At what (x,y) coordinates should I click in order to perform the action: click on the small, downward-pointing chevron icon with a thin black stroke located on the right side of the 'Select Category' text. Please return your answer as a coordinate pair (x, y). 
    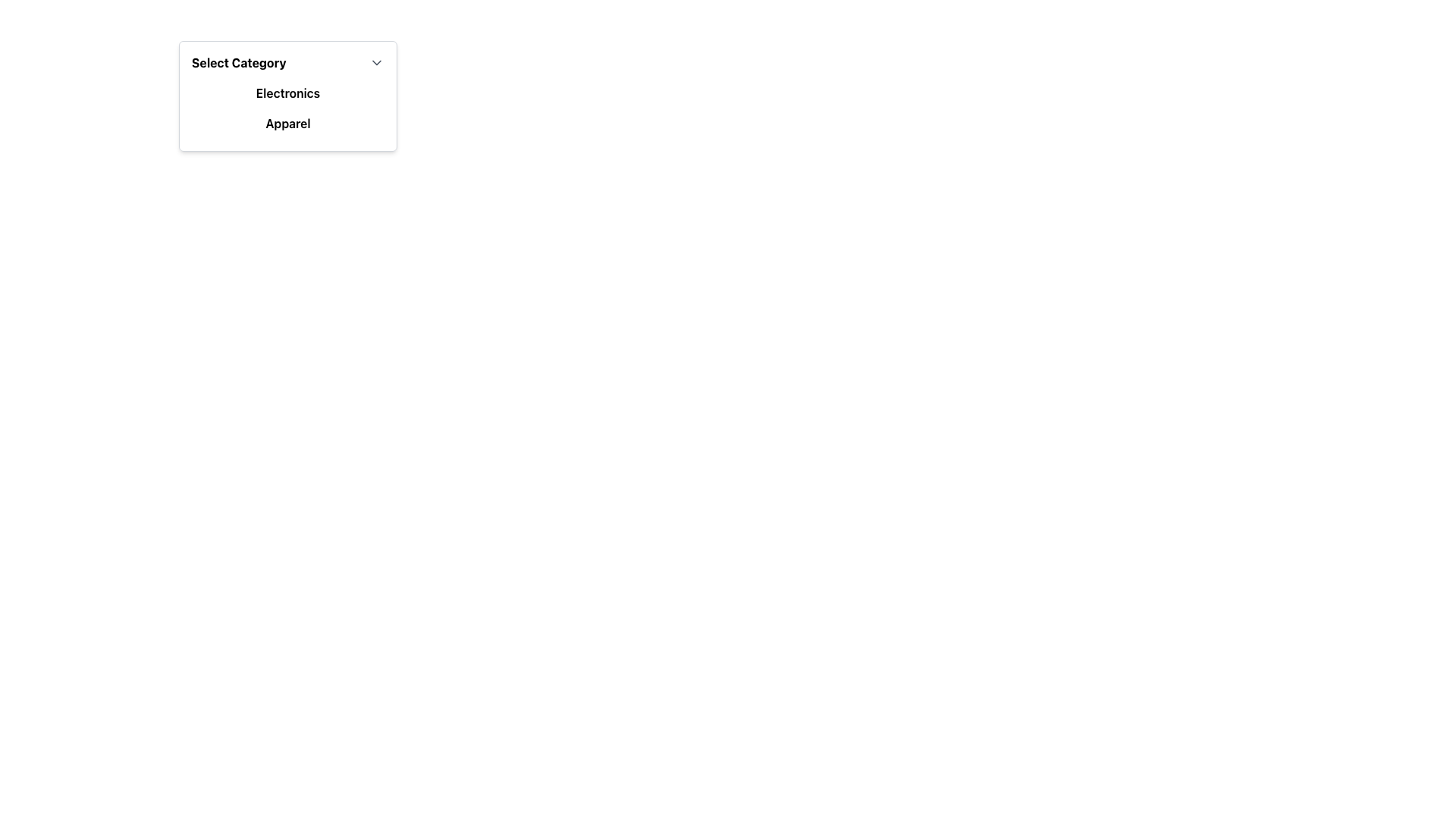
    Looking at the image, I should click on (377, 62).